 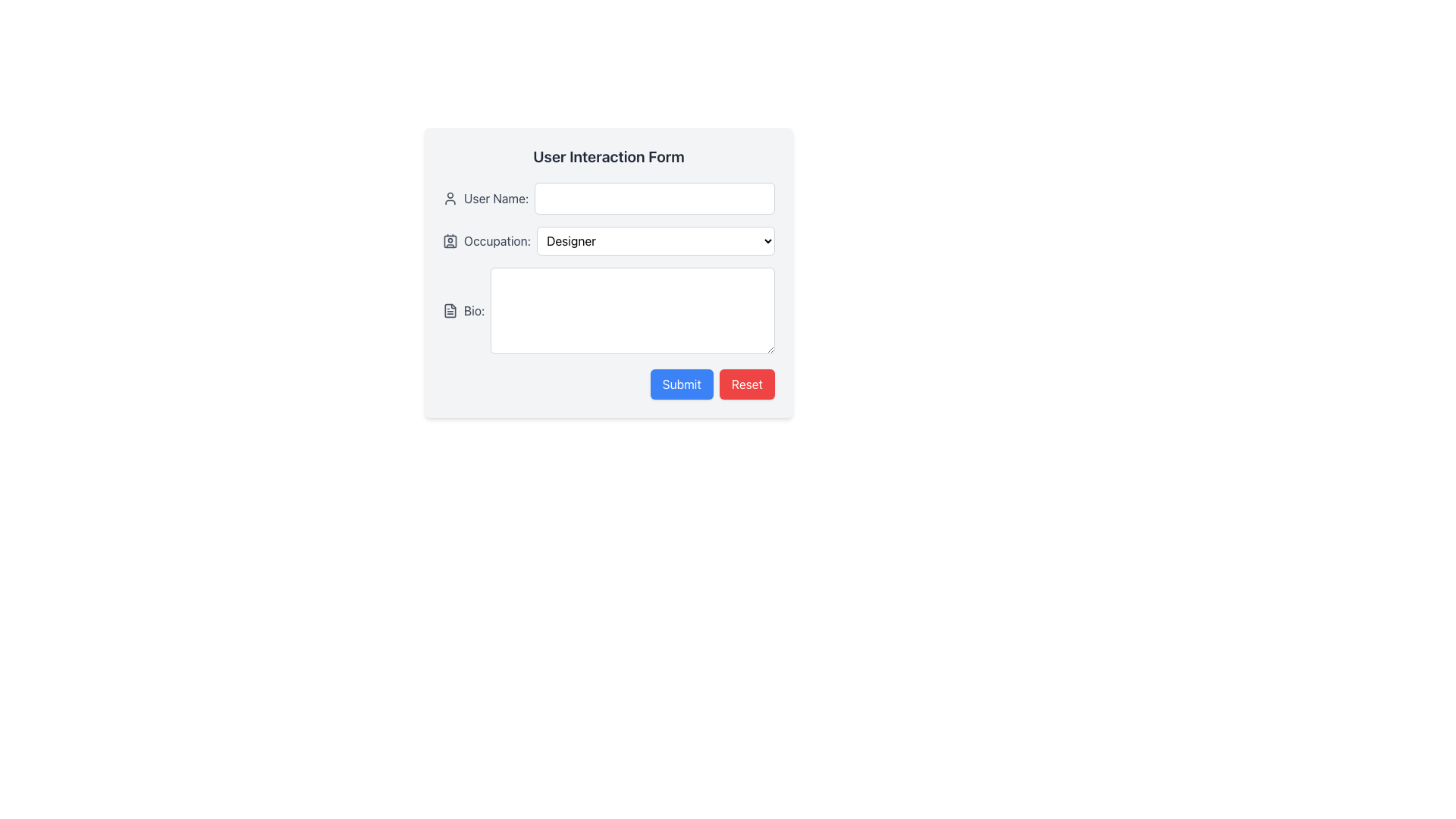 I want to click on the text header element labeled 'User Interaction Form', which is styled in large, bold, dark gray font on a light-gray background and is centrally aligned at the top of the form, so click(x=608, y=157).